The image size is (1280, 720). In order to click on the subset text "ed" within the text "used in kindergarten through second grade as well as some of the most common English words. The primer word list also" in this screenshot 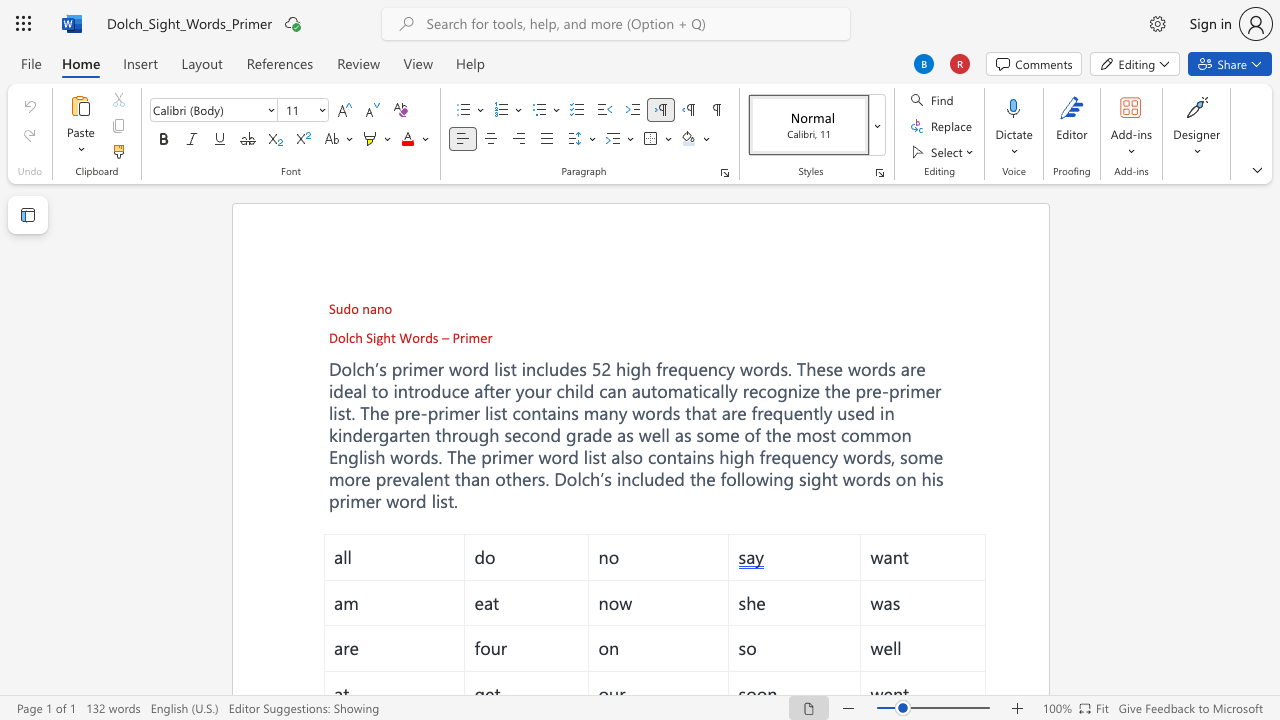, I will do `click(855, 411)`.